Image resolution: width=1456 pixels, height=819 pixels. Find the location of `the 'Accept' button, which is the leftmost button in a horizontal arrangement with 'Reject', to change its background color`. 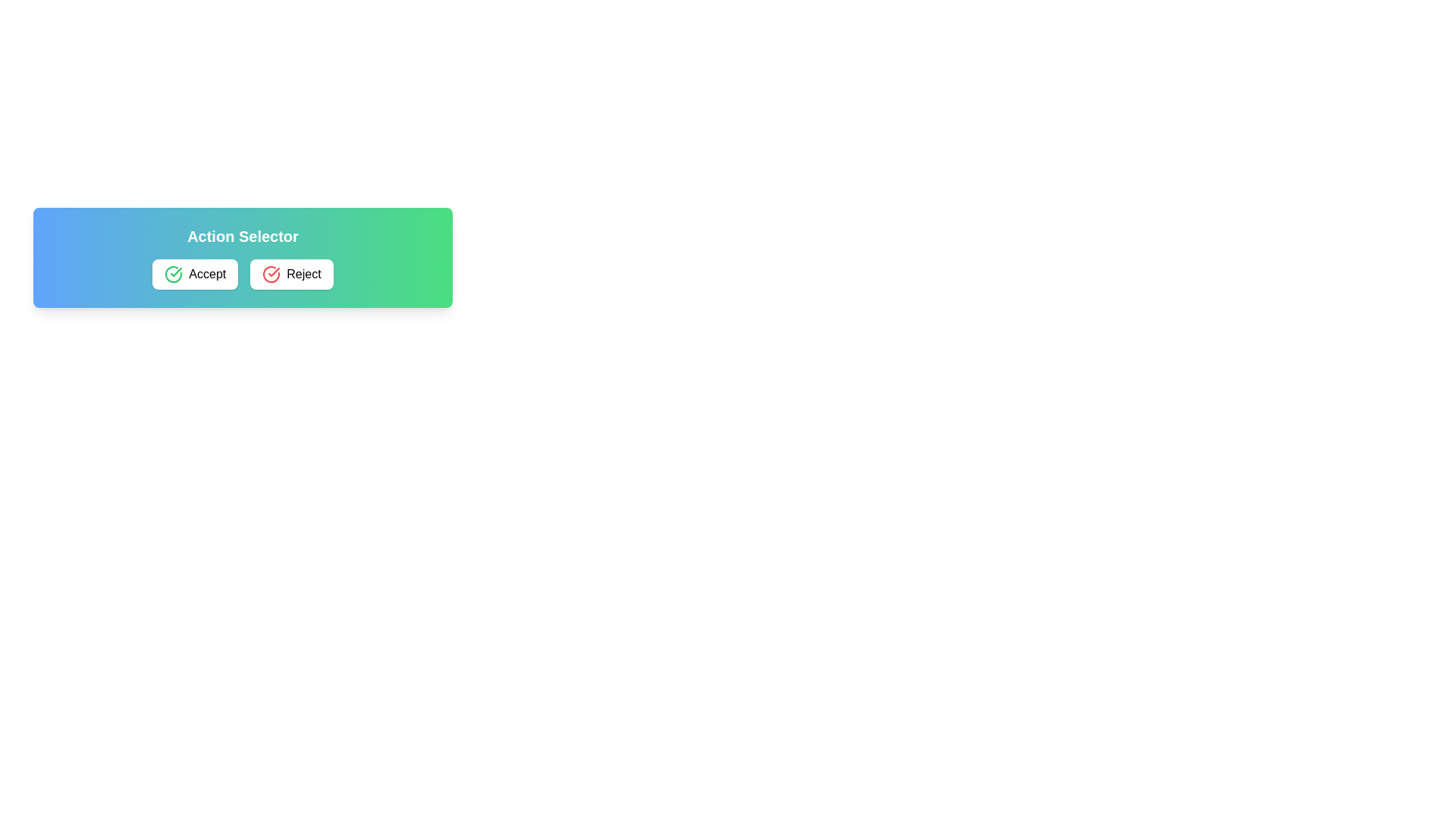

the 'Accept' button, which is the leftmost button in a horizontal arrangement with 'Reject', to change its background color is located at coordinates (194, 275).